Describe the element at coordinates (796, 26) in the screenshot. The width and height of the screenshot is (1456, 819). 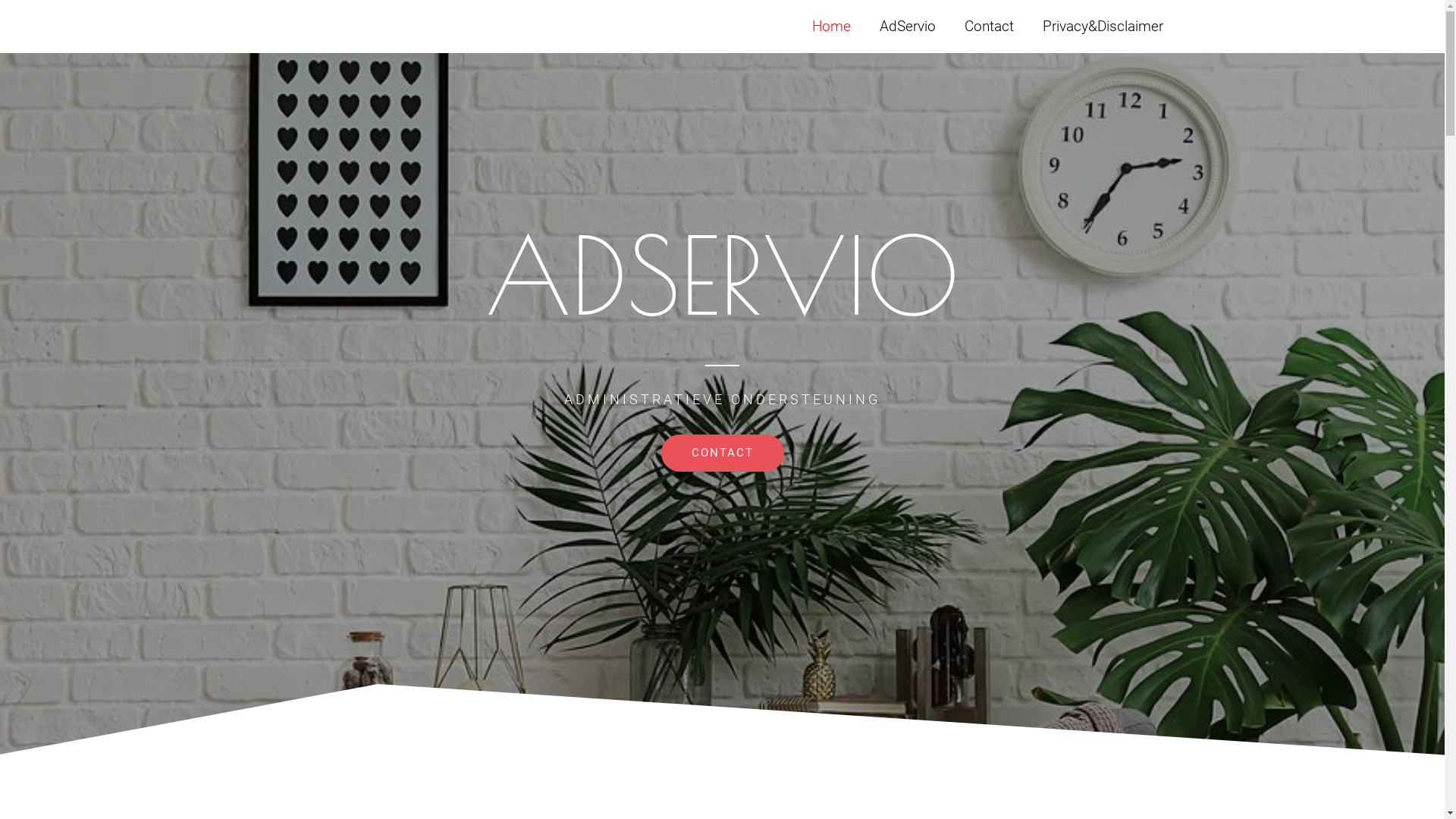
I see `'Home'` at that location.